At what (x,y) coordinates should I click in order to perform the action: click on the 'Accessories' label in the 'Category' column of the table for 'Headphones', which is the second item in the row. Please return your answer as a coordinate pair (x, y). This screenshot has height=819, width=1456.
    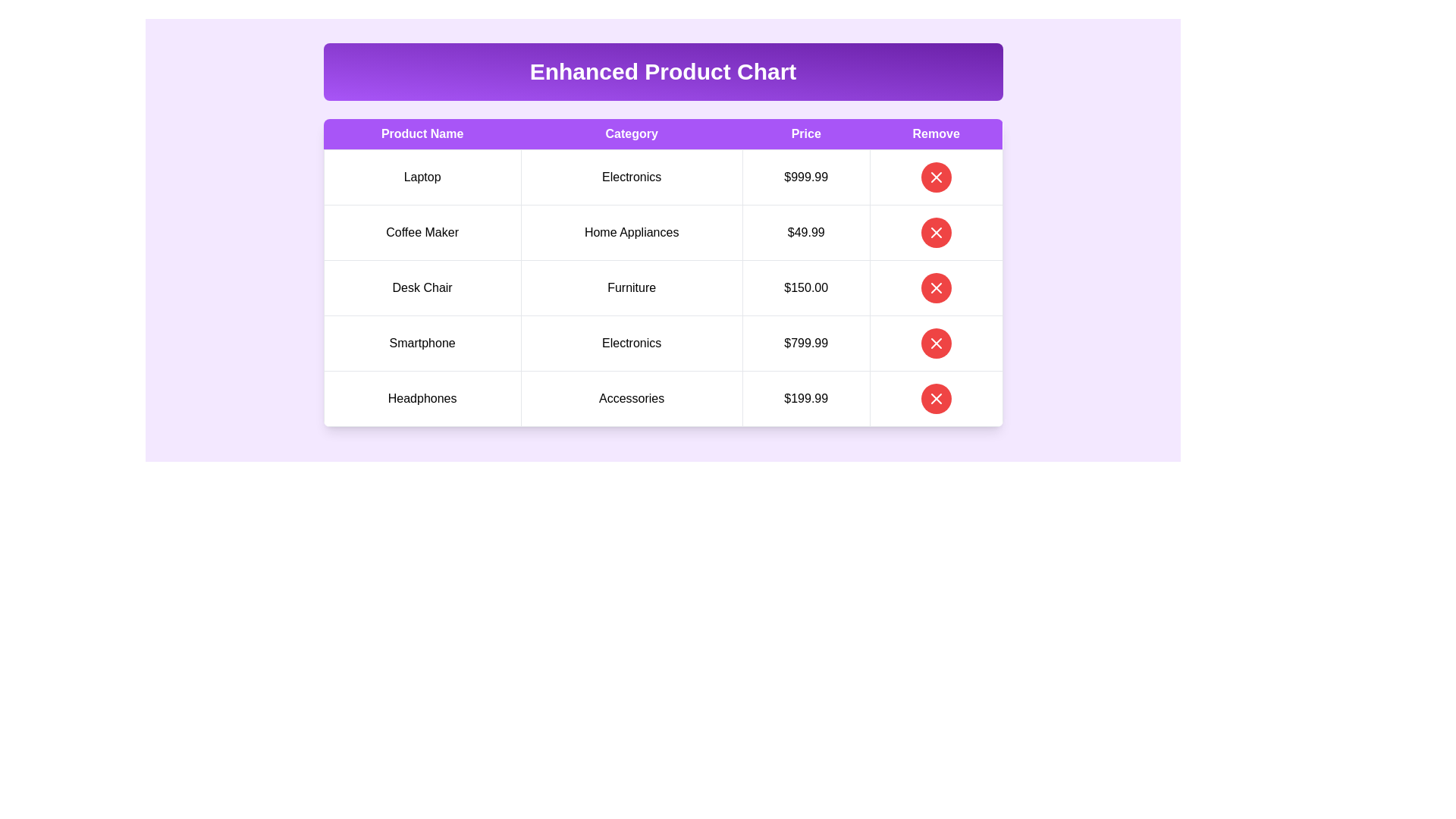
    Looking at the image, I should click on (632, 397).